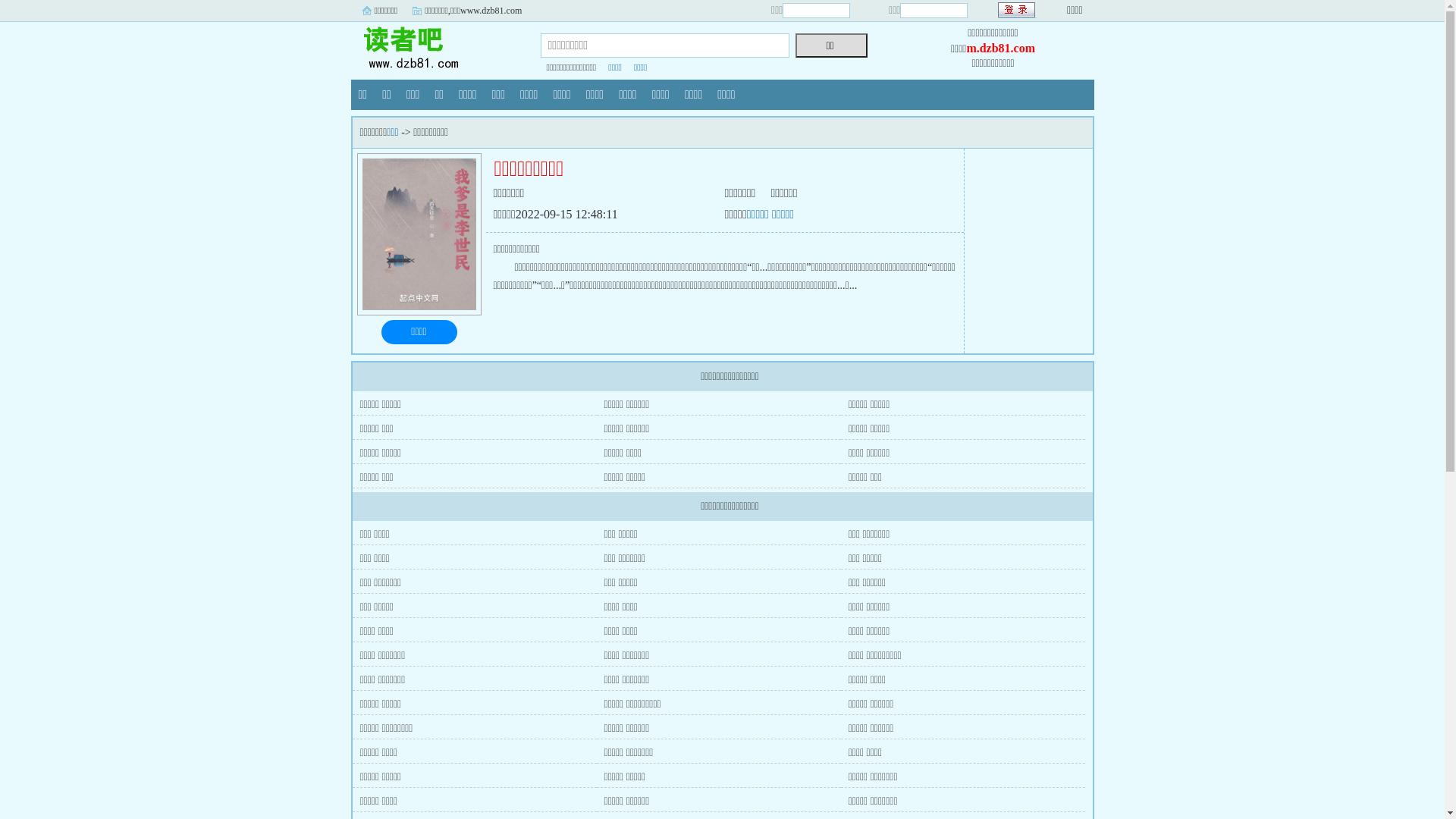 The width and height of the screenshot is (1456, 819). What do you see at coordinates (1000, 47) in the screenshot?
I see `'m.dzb81.com'` at bounding box center [1000, 47].